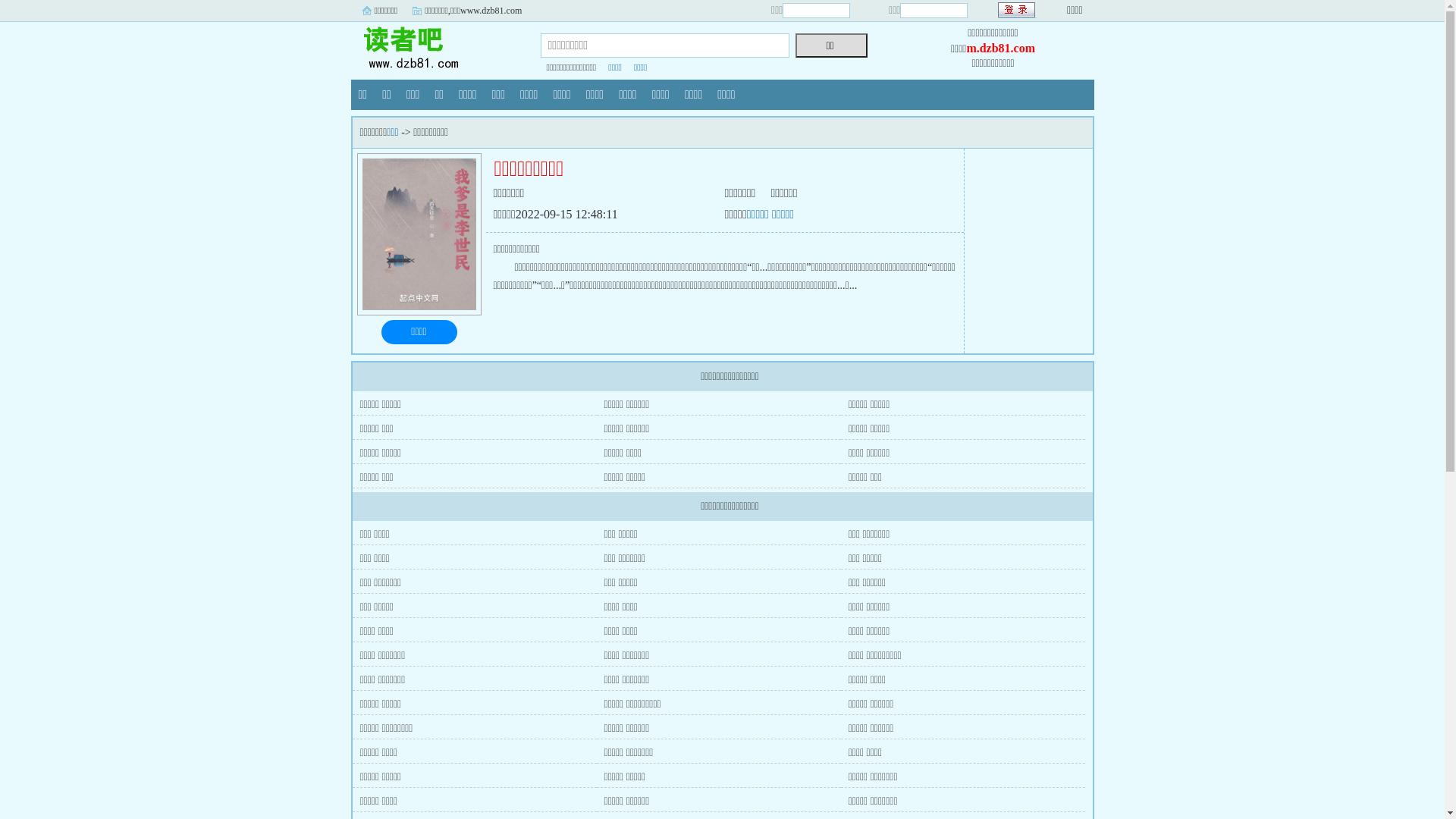 The width and height of the screenshot is (1456, 819). What do you see at coordinates (1000, 47) in the screenshot?
I see `'m.dzb81.com'` at bounding box center [1000, 47].